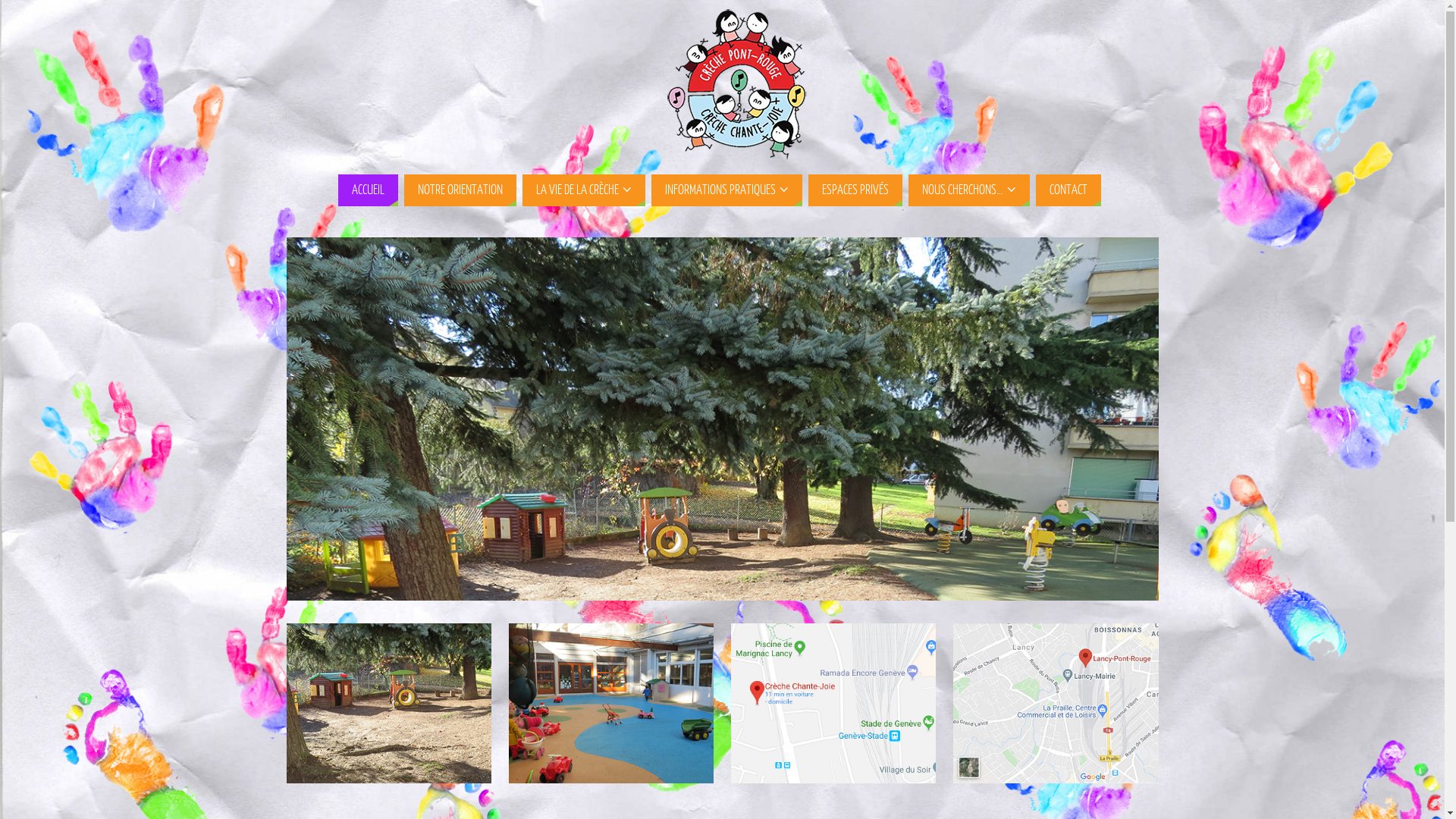 The width and height of the screenshot is (1456, 819). I want to click on 'INFORMATIONS PRATIQUES', so click(651, 189).